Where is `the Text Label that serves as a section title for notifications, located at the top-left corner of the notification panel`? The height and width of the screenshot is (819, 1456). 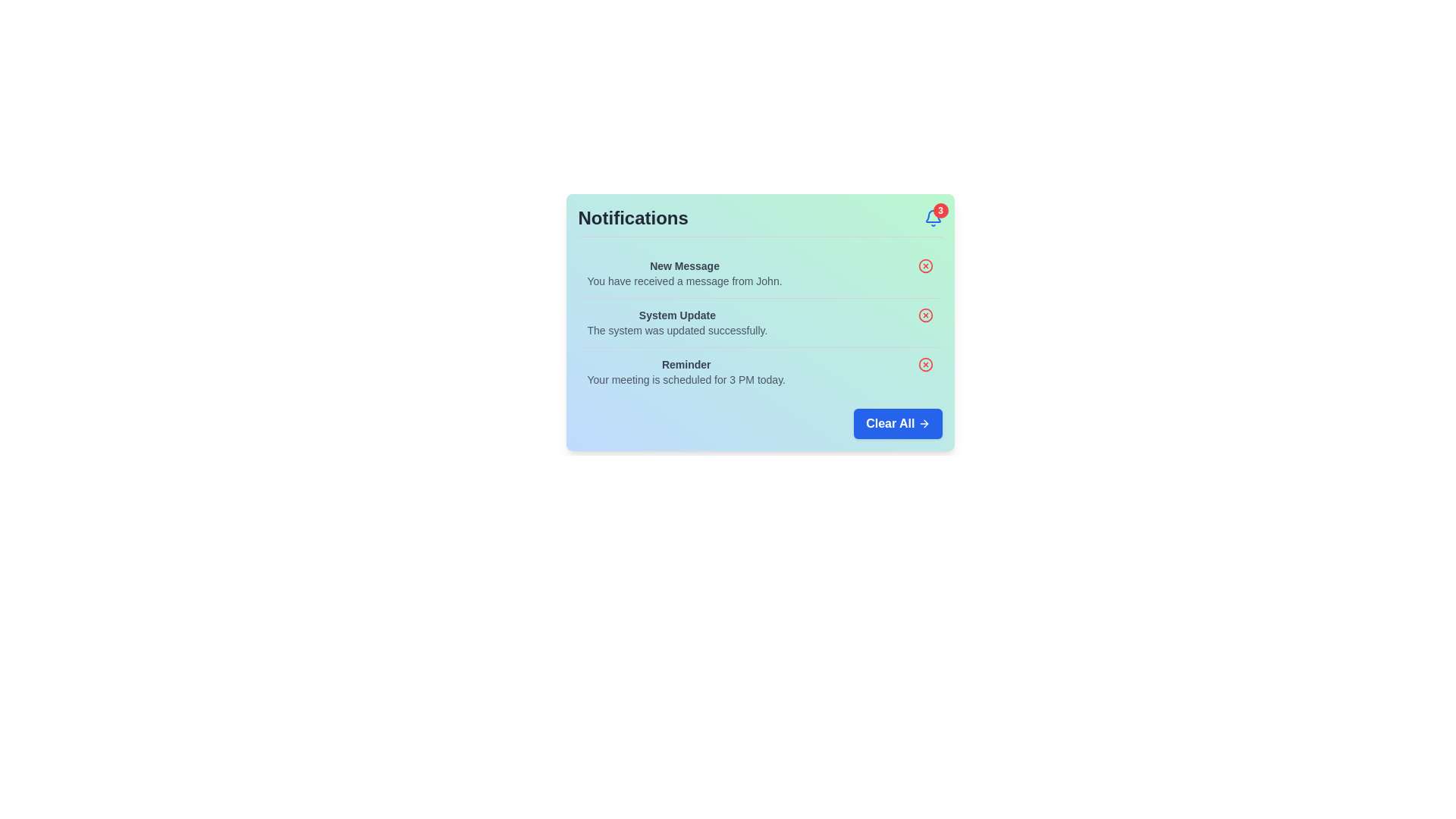
the Text Label that serves as a section title for notifications, located at the top-left corner of the notification panel is located at coordinates (633, 218).